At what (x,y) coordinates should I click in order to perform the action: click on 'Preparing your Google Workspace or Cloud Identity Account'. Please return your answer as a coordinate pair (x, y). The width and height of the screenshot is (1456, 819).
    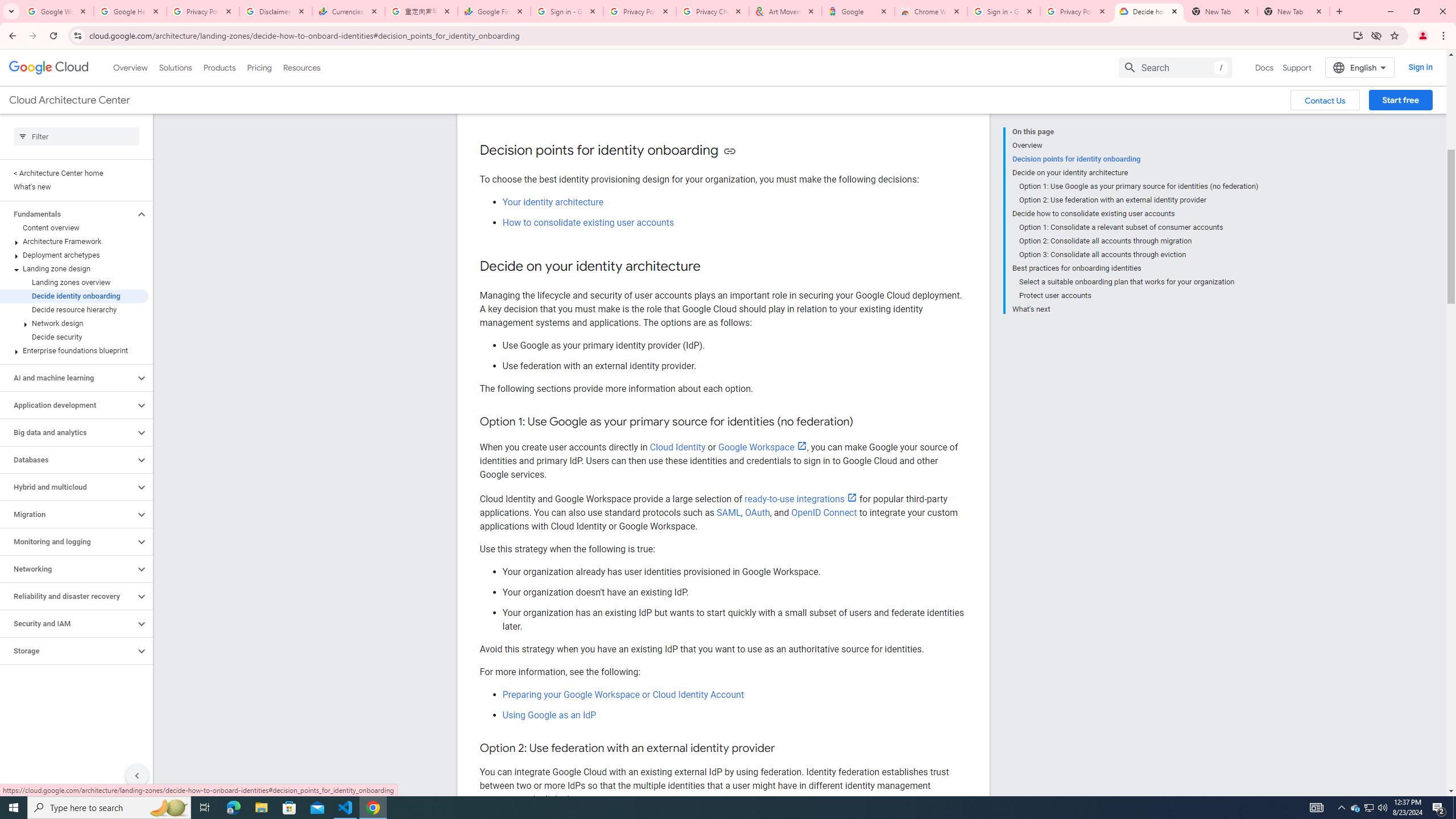
    Looking at the image, I should click on (622, 694).